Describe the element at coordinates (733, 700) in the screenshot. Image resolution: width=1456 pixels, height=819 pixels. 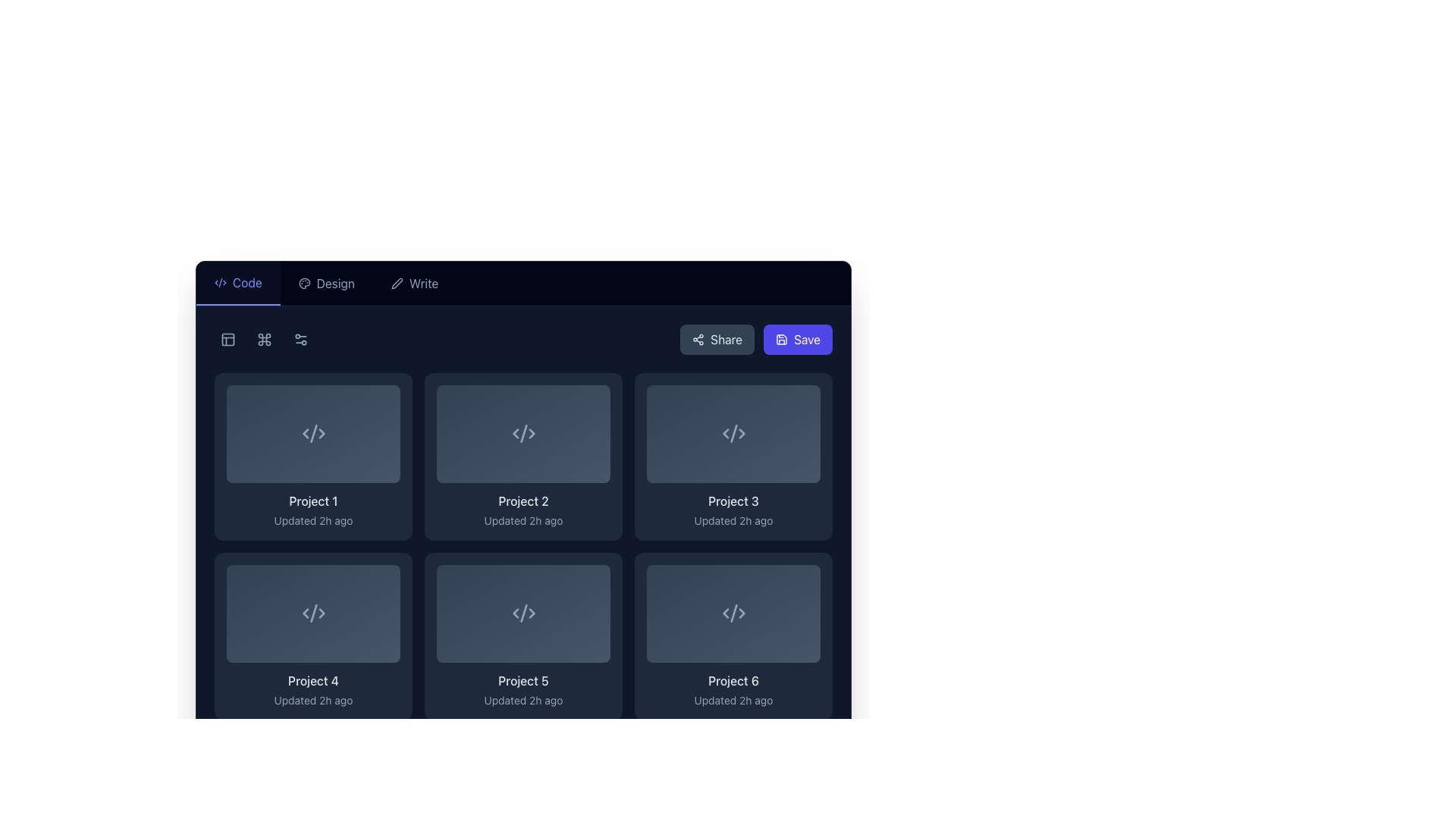
I see `the text label that reads 'Updated 2h ago', located beneath the title 'Project 6' within the card labeled 'Project 6'` at that location.